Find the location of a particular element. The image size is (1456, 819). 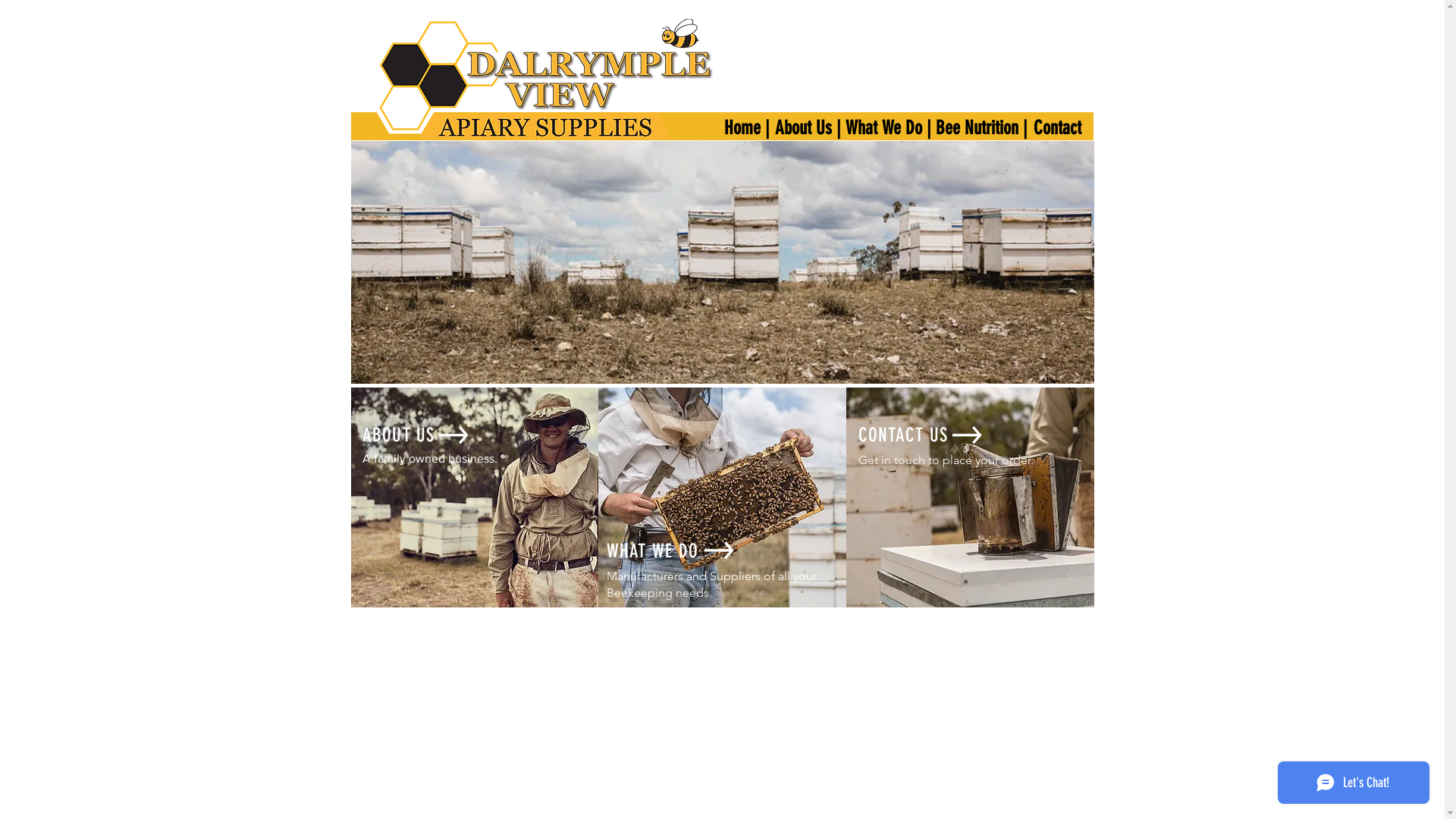

'CONTACT US' is located at coordinates (903, 435).